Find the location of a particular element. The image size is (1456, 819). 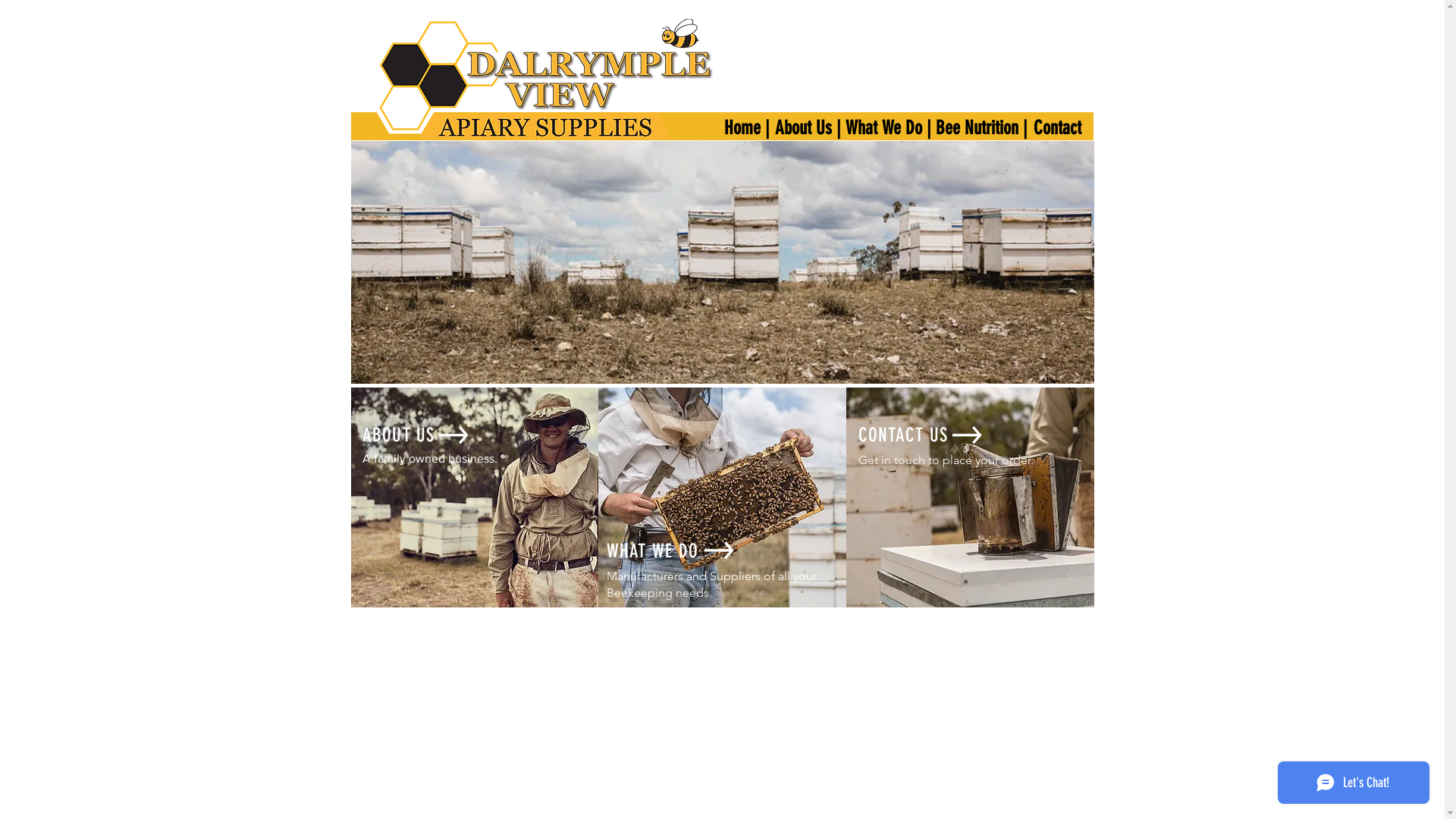

'CONTACT US' is located at coordinates (903, 435).